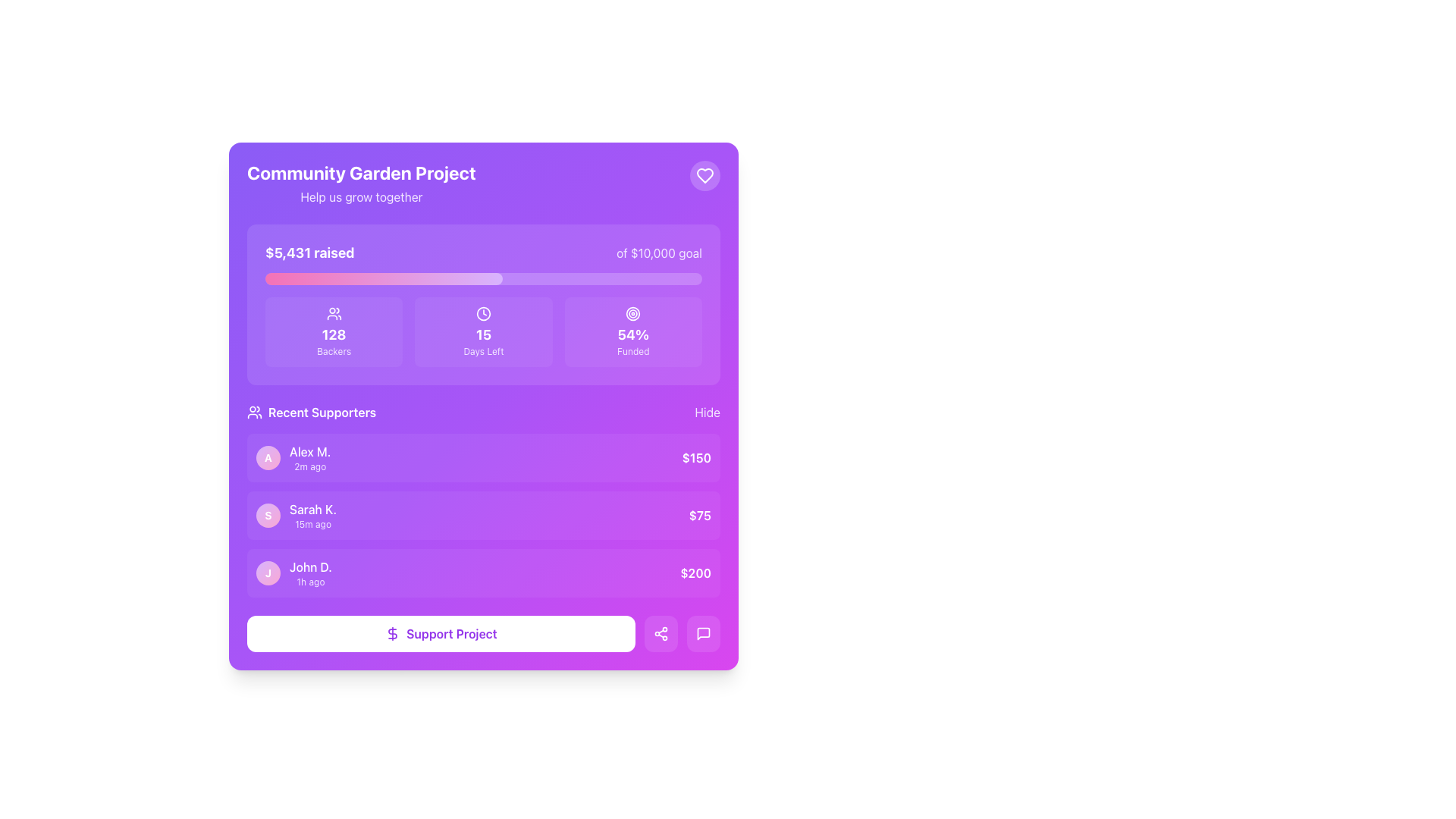  What do you see at coordinates (633, 331) in the screenshot?
I see `the Informational card displaying the funding progress of the project, labeled 'Funded', located in the third column of the grid layout` at bounding box center [633, 331].